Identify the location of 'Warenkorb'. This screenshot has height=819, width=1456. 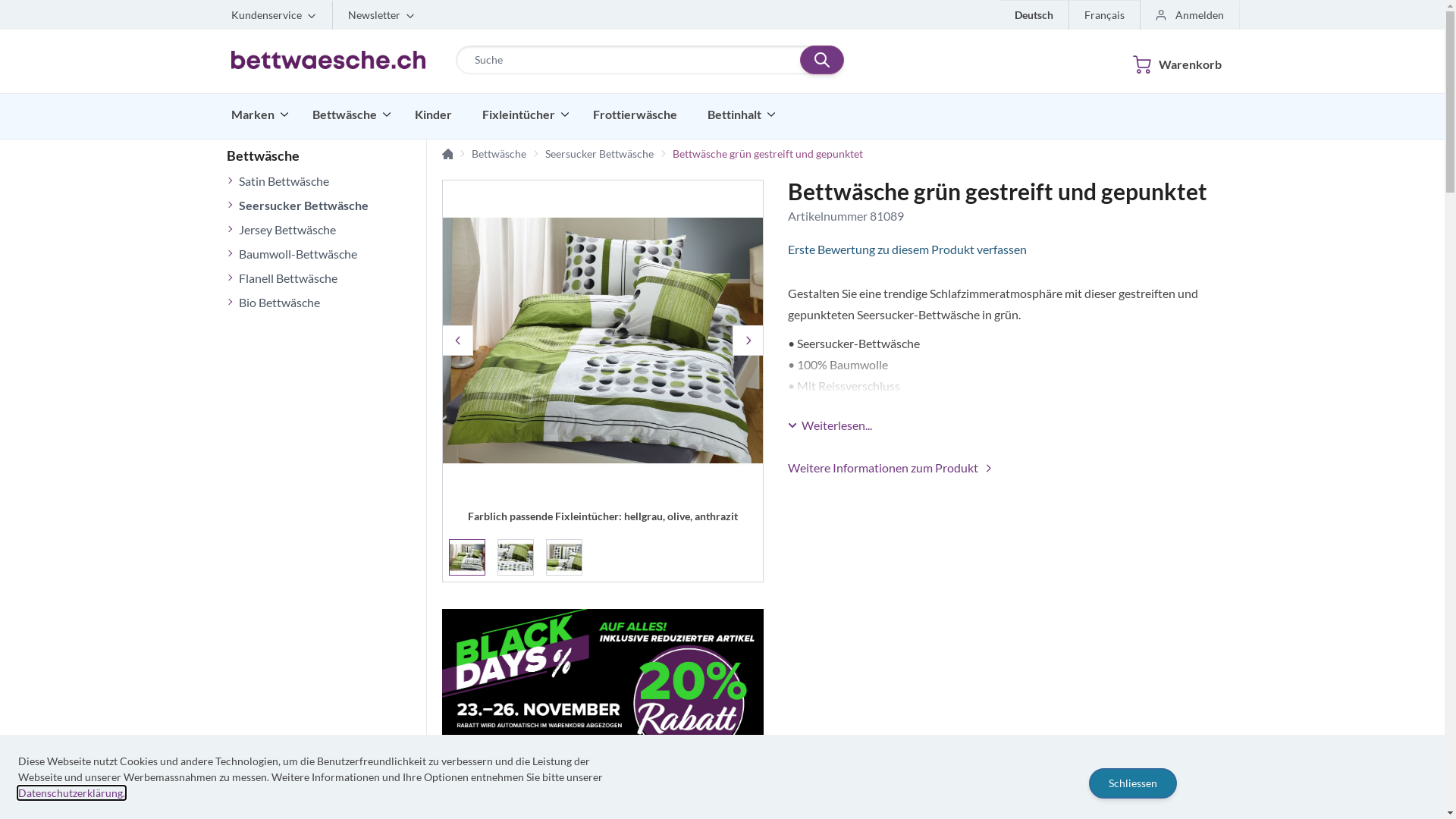
(1117, 61).